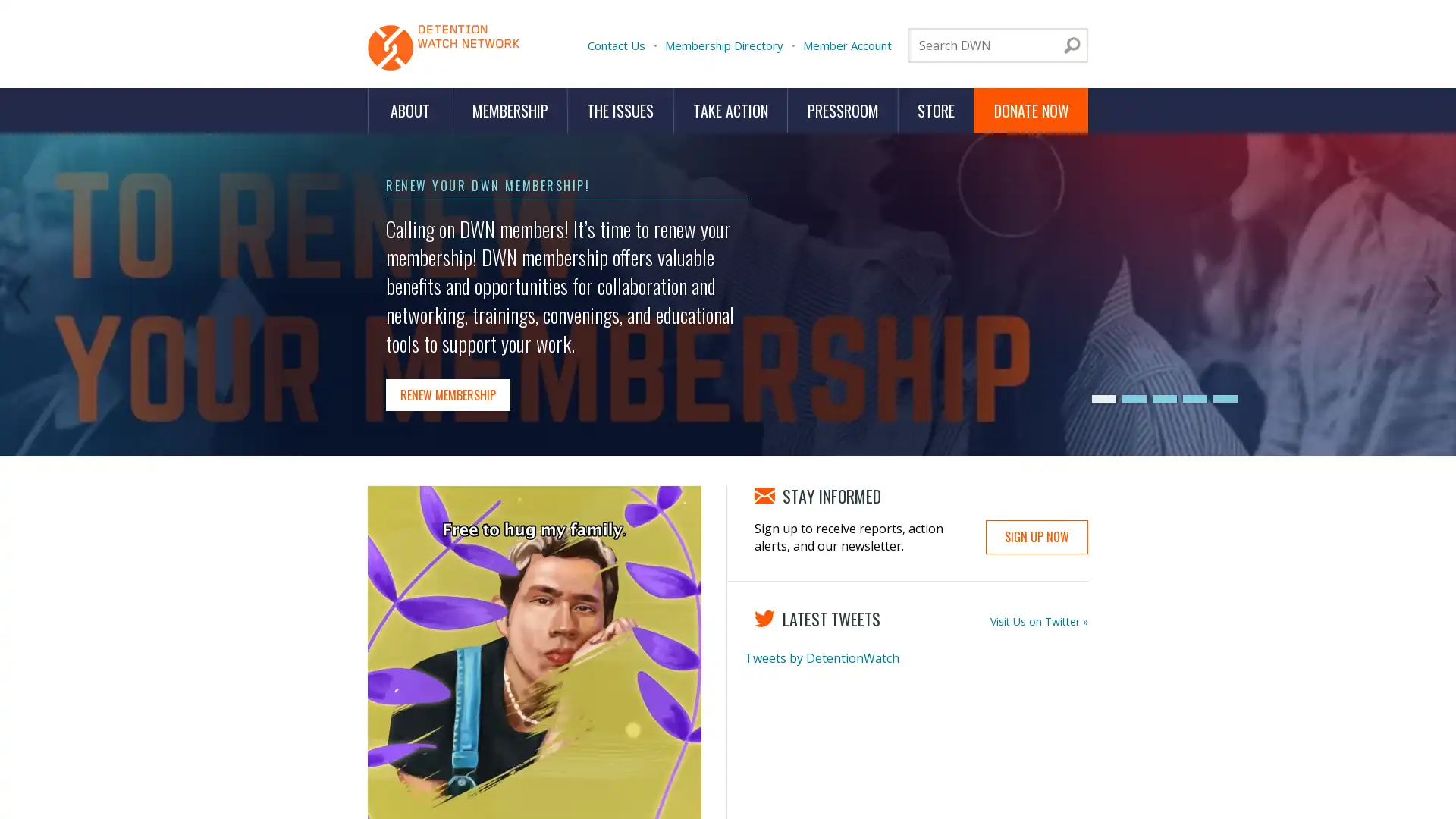 This screenshot has height=819, width=1456. Describe the element at coordinates (1072, 45) in the screenshot. I see `Search` at that location.